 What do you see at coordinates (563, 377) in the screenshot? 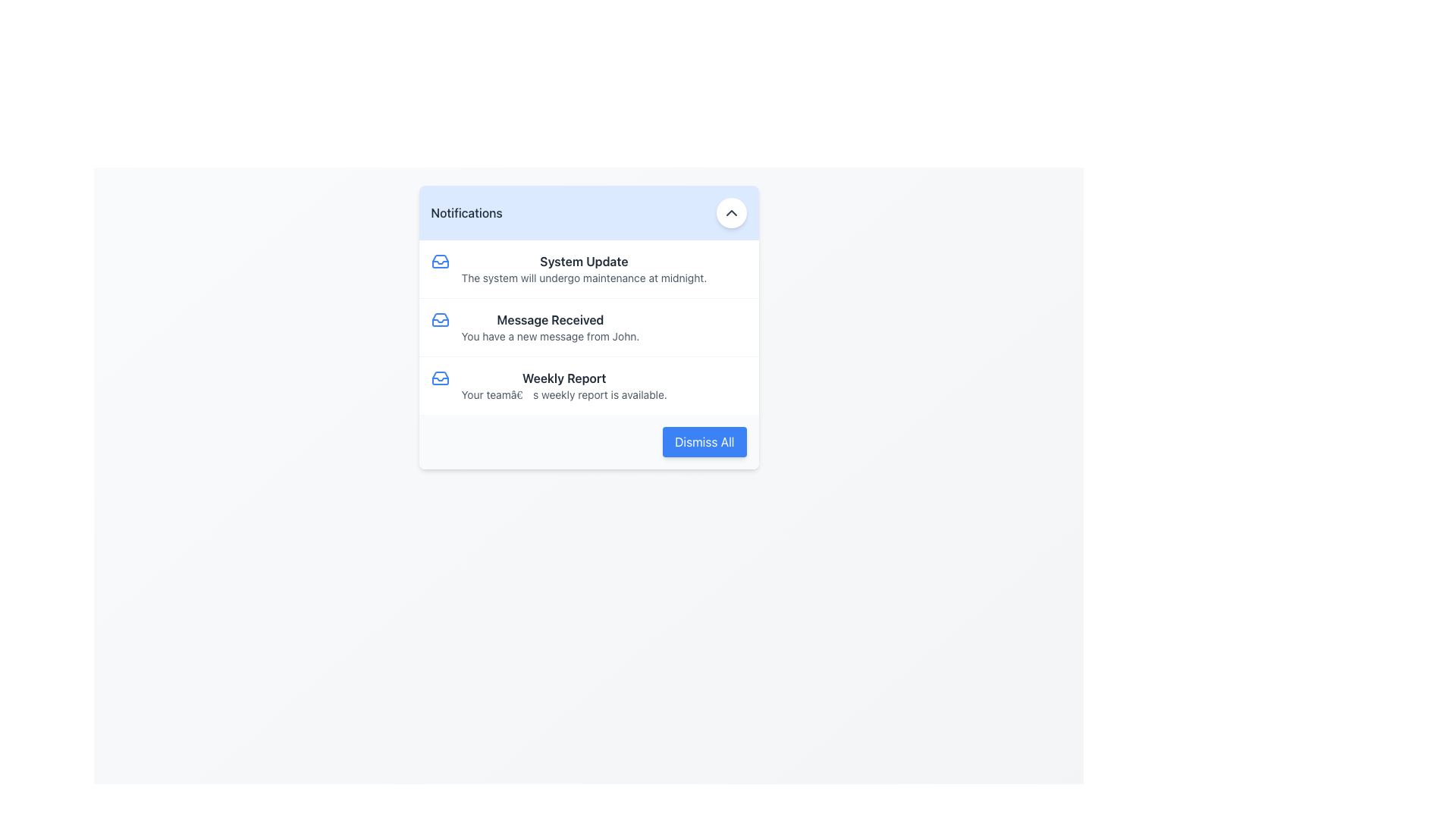
I see `the text label displaying 'Weekly Report', which is styled in bold and dark gray, positioned centrally at the top of the notification box in the third notification item` at bounding box center [563, 377].